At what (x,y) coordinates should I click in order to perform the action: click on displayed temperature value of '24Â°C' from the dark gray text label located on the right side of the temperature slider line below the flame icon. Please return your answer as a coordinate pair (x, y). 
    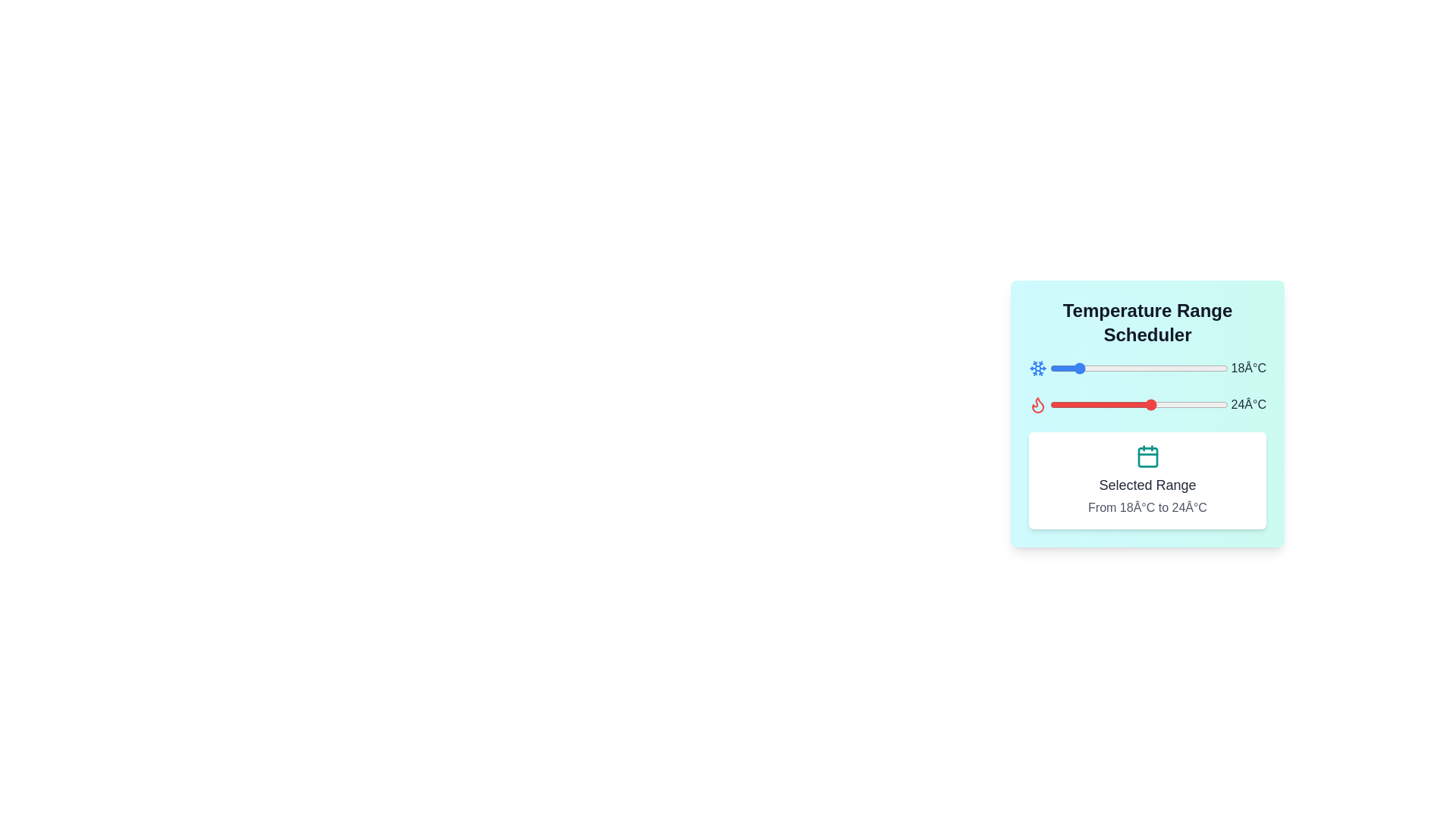
    Looking at the image, I should click on (1248, 403).